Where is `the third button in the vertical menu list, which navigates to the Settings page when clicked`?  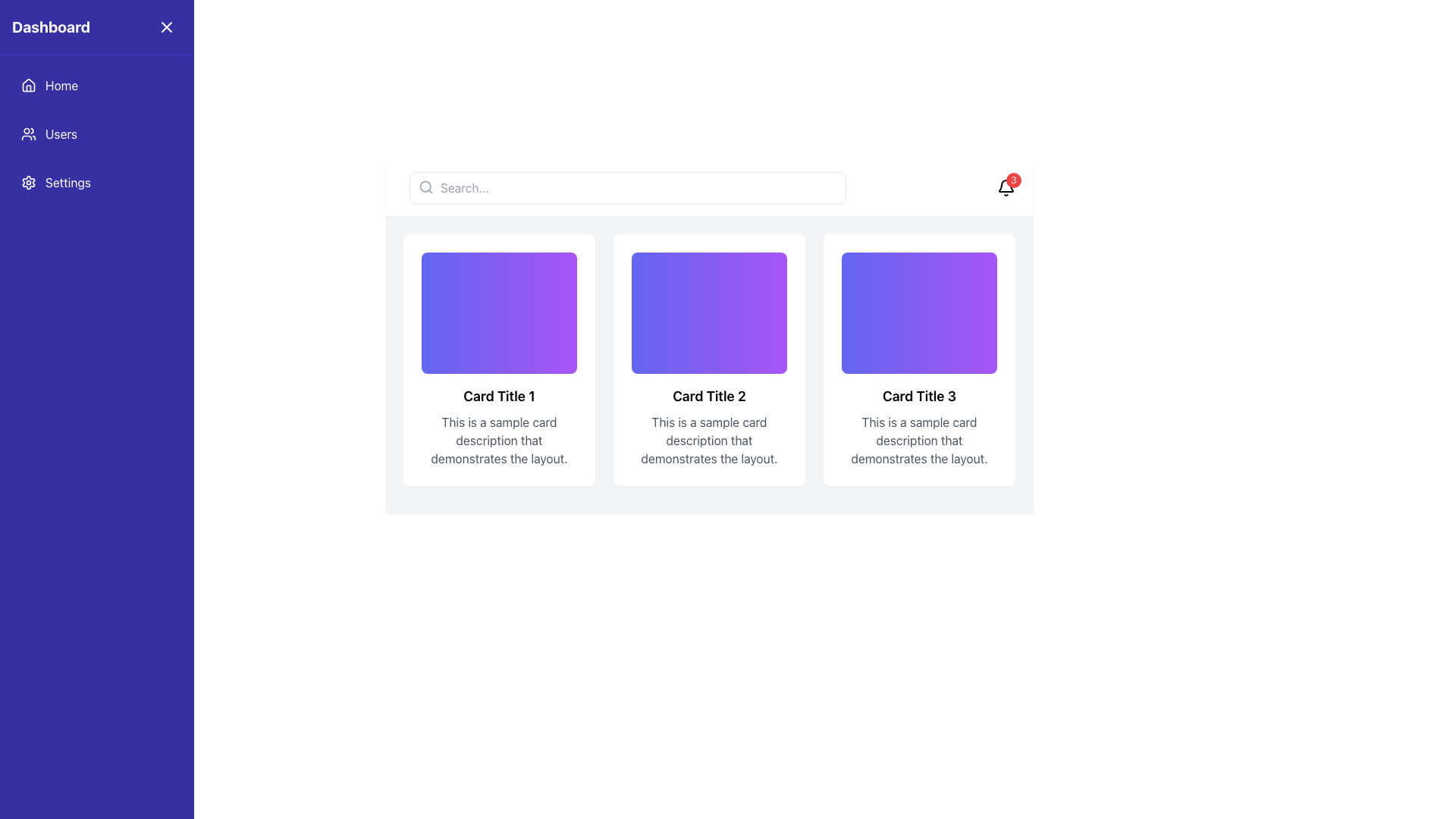 the third button in the vertical menu list, which navigates to the Settings page when clicked is located at coordinates (96, 181).